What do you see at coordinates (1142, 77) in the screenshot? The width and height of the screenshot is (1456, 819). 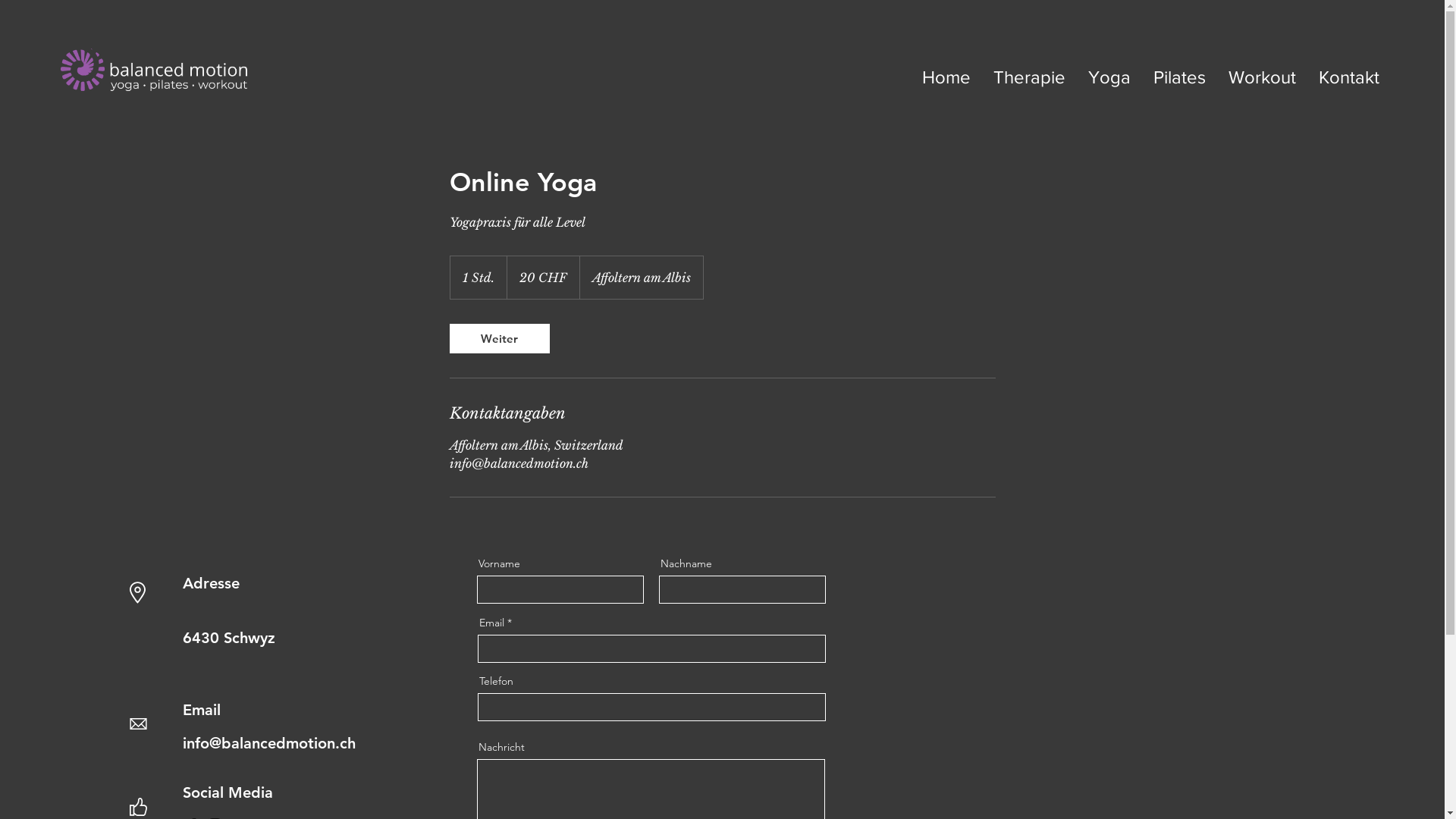 I see `'Pilates'` at bounding box center [1142, 77].